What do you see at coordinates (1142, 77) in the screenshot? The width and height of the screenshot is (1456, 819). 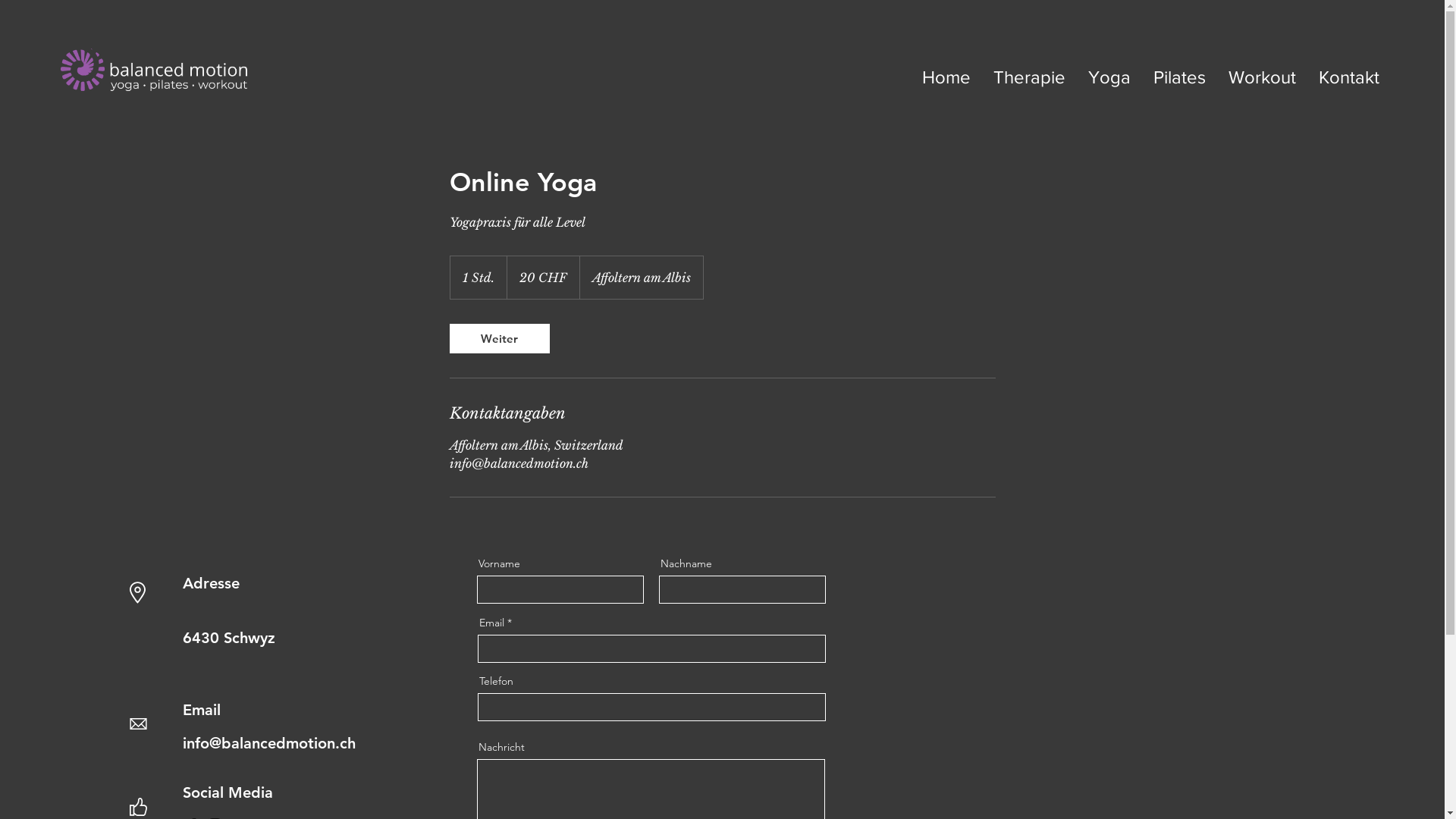 I see `'Pilates'` at bounding box center [1142, 77].